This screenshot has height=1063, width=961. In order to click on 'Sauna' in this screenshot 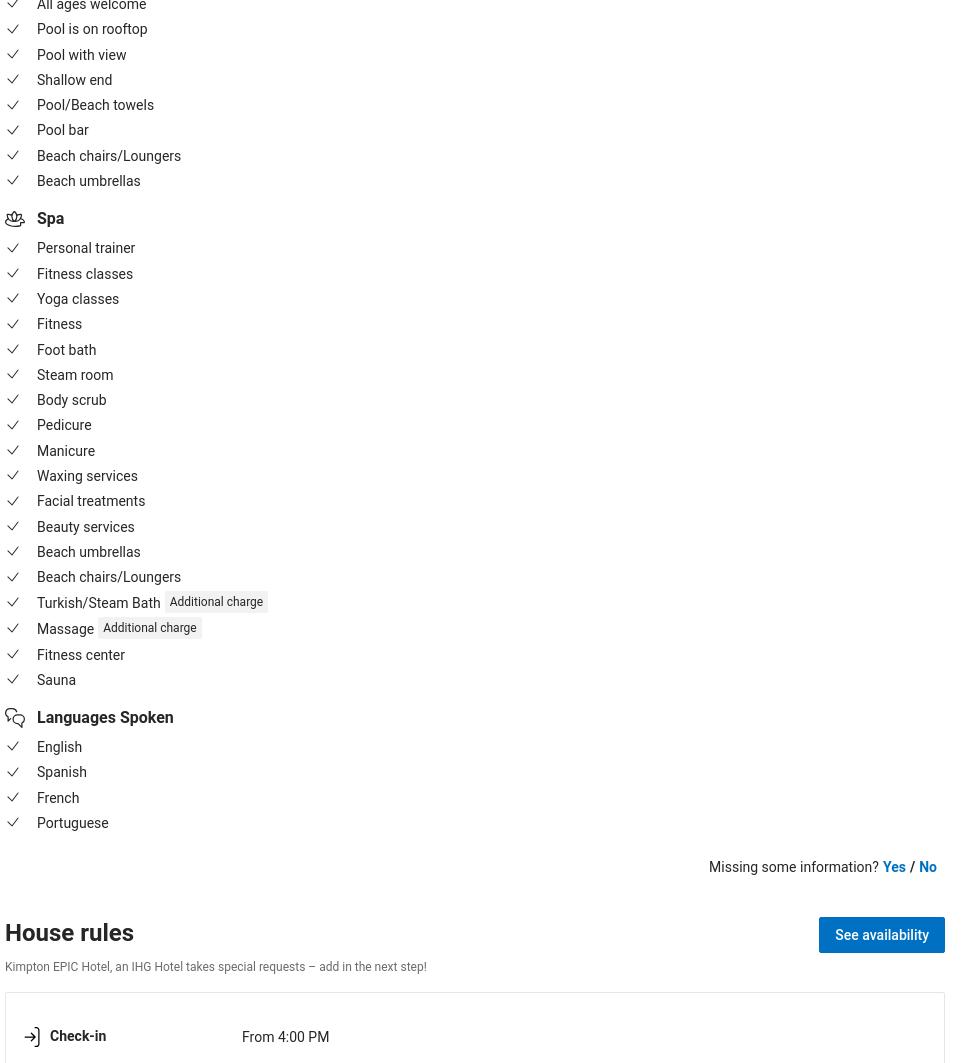, I will do `click(35, 678)`.